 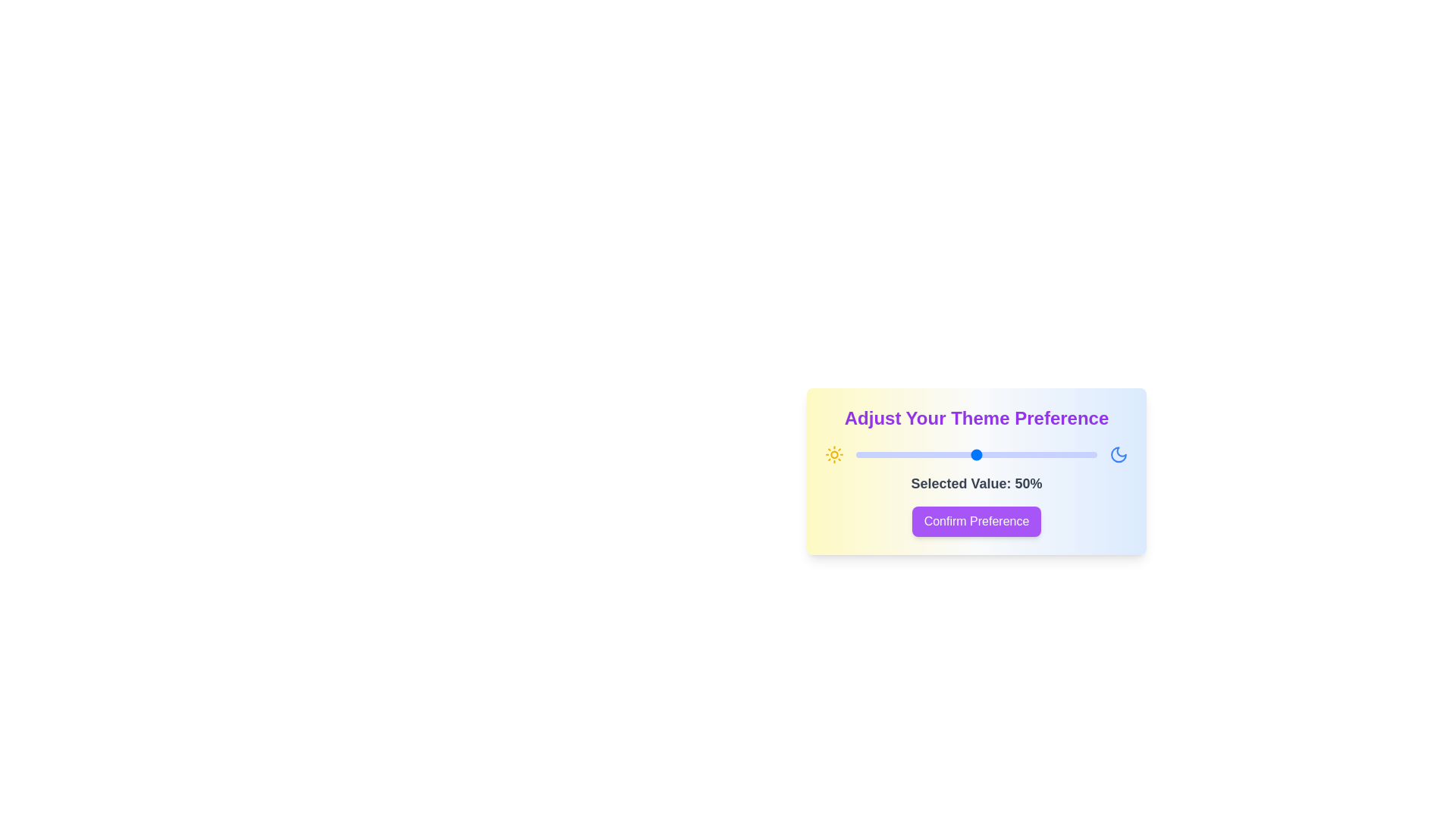 What do you see at coordinates (934, 454) in the screenshot?
I see `the theme slider` at bounding box center [934, 454].